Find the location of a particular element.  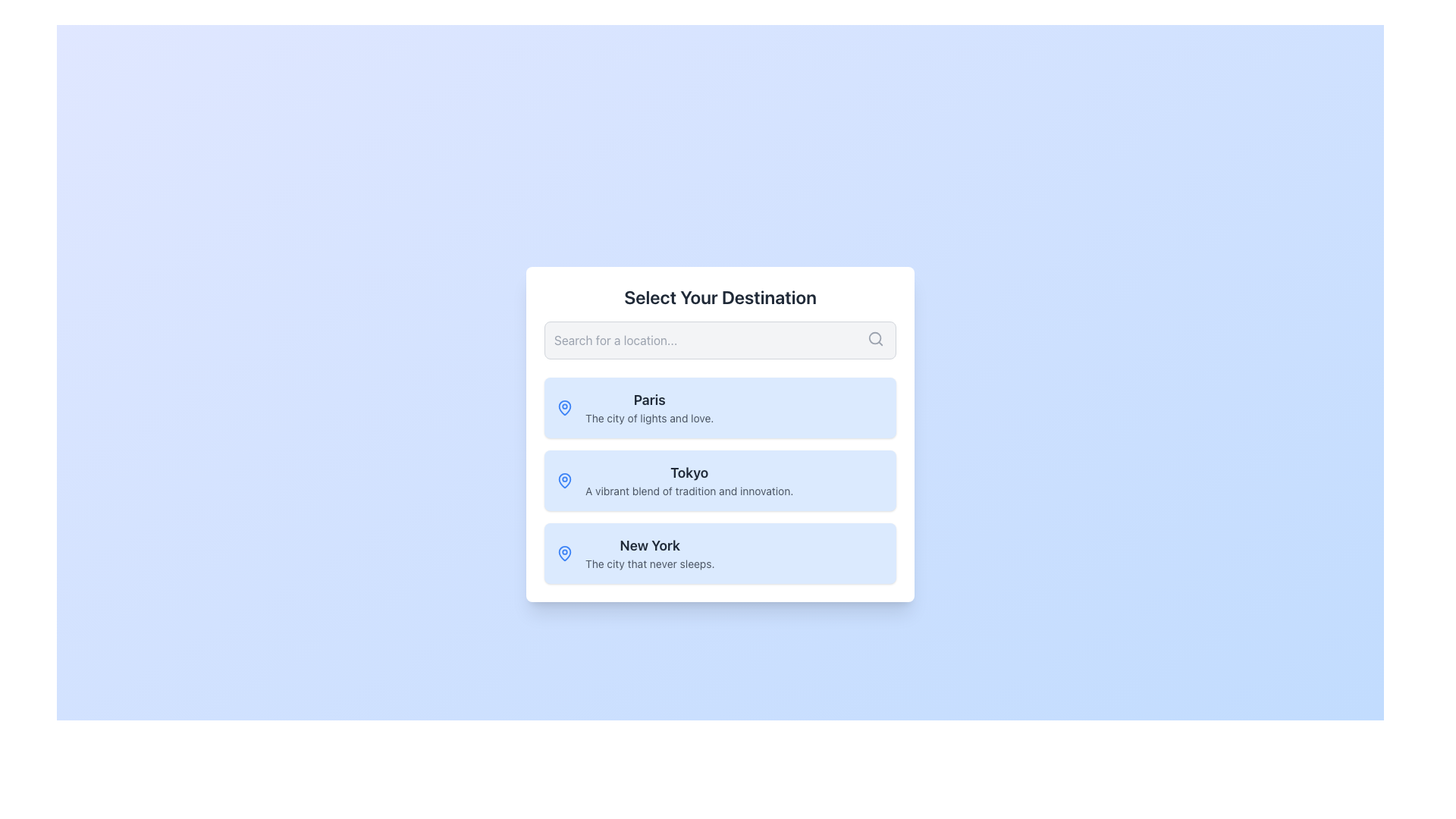

the text element 'Tokyo' which is styled in bold and dark gray, positioned above the descriptive text in a card-like interface is located at coordinates (689, 472).